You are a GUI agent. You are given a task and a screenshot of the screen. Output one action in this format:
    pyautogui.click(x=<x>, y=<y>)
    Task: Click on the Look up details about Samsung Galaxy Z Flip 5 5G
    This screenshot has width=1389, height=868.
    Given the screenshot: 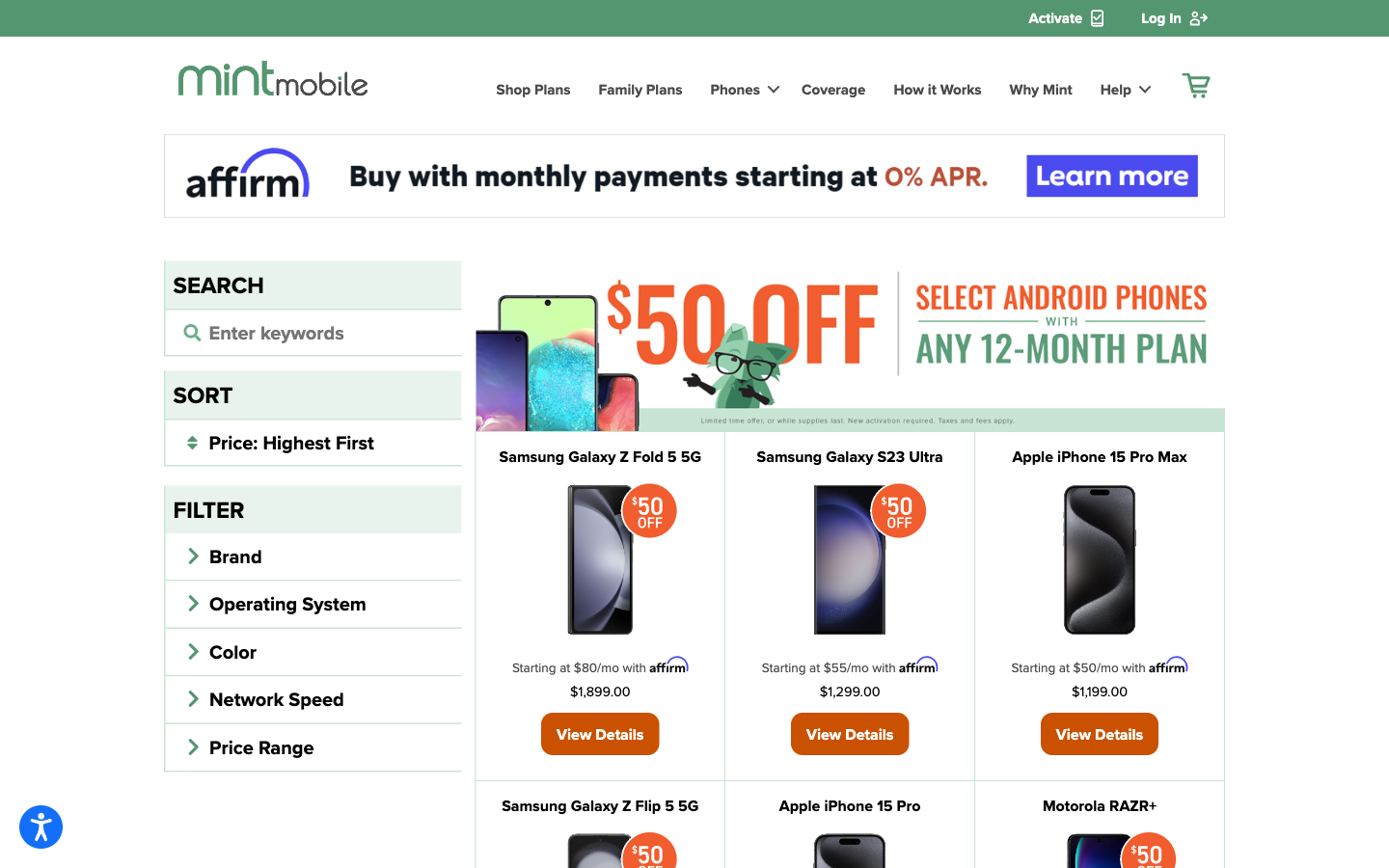 What is the action you would take?
    pyautogui.click(x=598, y=805)
    